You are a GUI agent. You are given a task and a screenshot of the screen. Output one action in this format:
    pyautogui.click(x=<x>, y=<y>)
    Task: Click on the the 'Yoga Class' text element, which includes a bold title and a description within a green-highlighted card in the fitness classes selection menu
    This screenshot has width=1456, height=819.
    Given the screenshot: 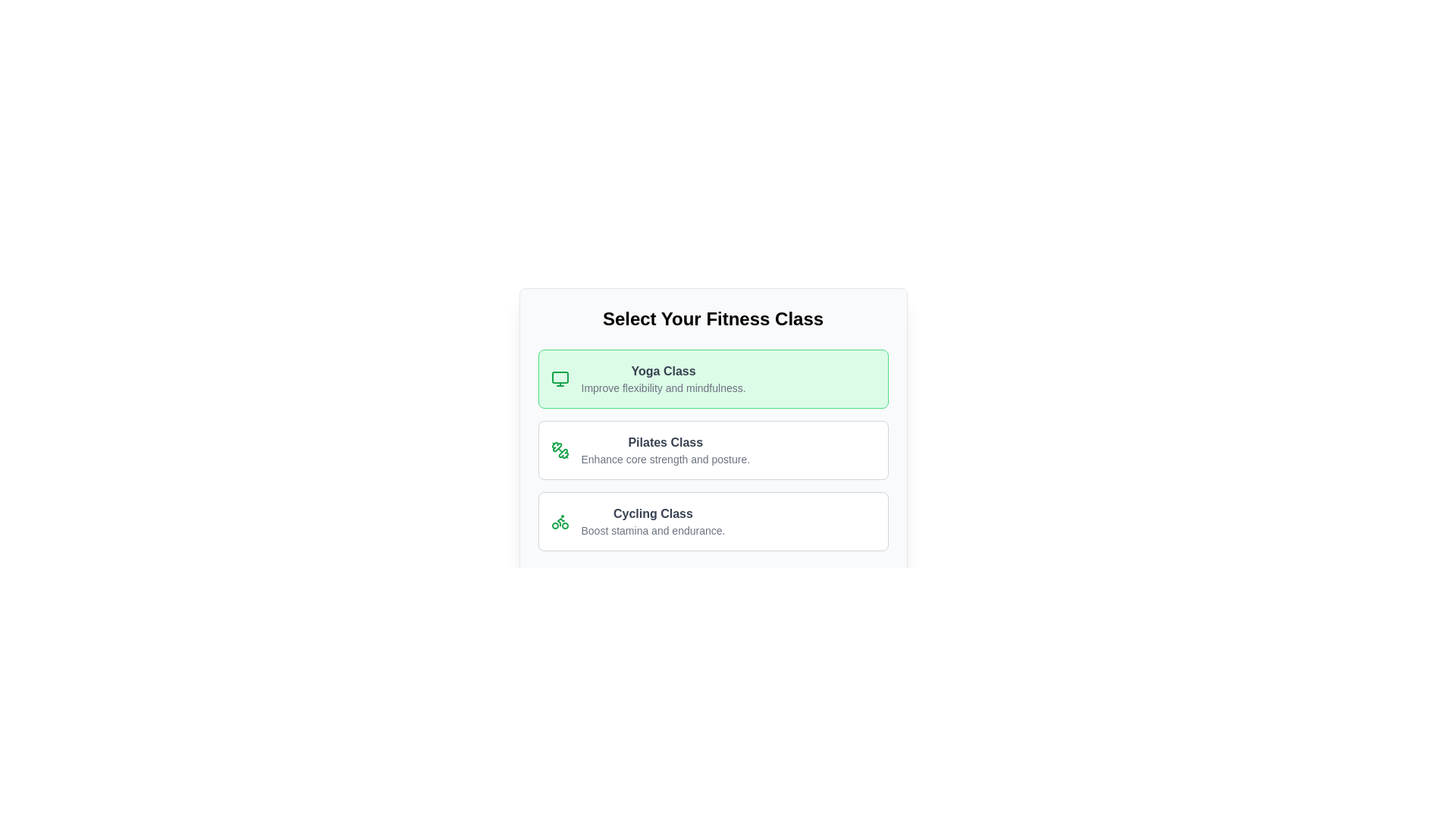 What is the action you would take?
    pyautogui.click(x=664, y=378)
    